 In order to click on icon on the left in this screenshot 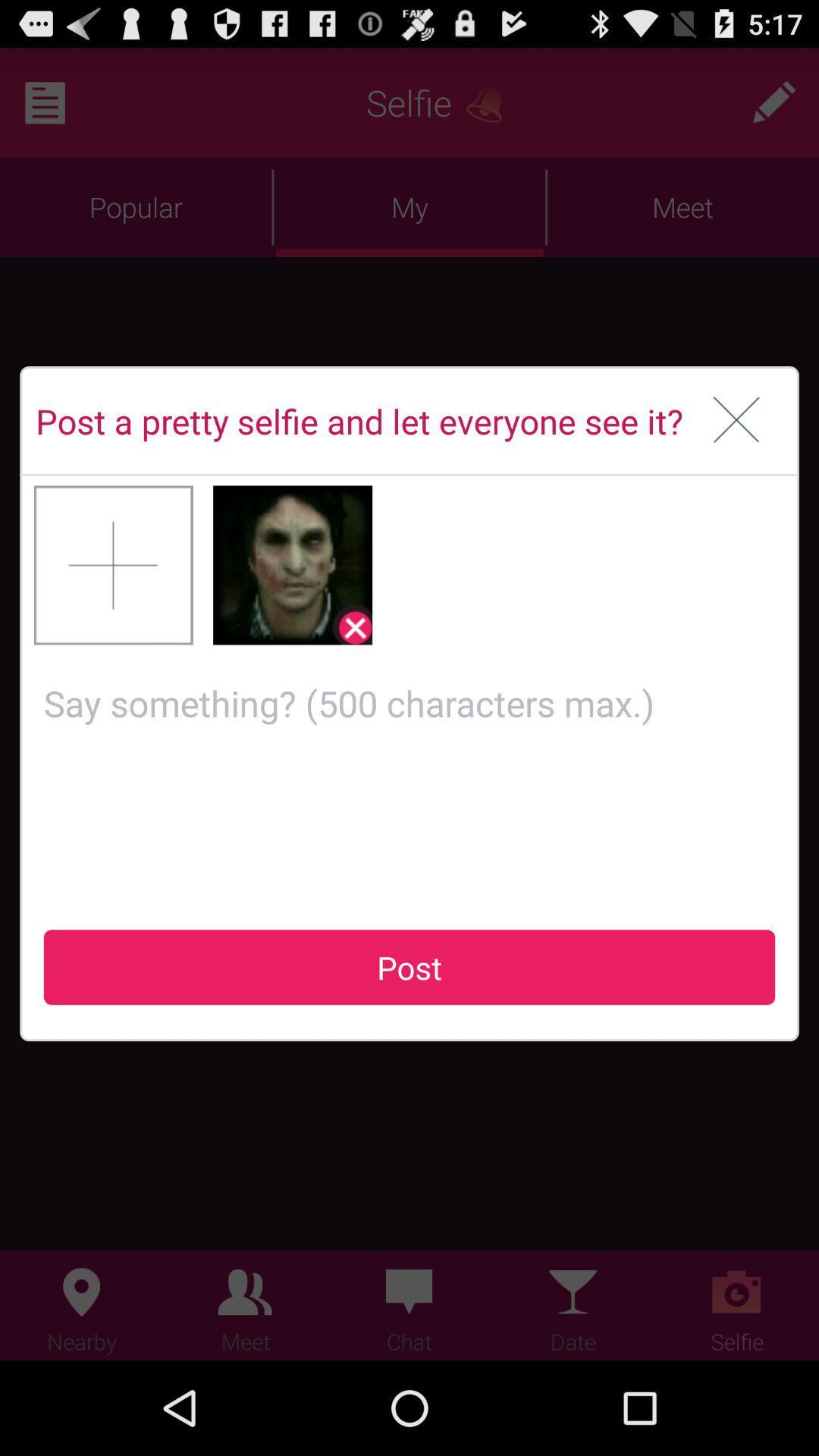, I will do `click(113, 564)`.